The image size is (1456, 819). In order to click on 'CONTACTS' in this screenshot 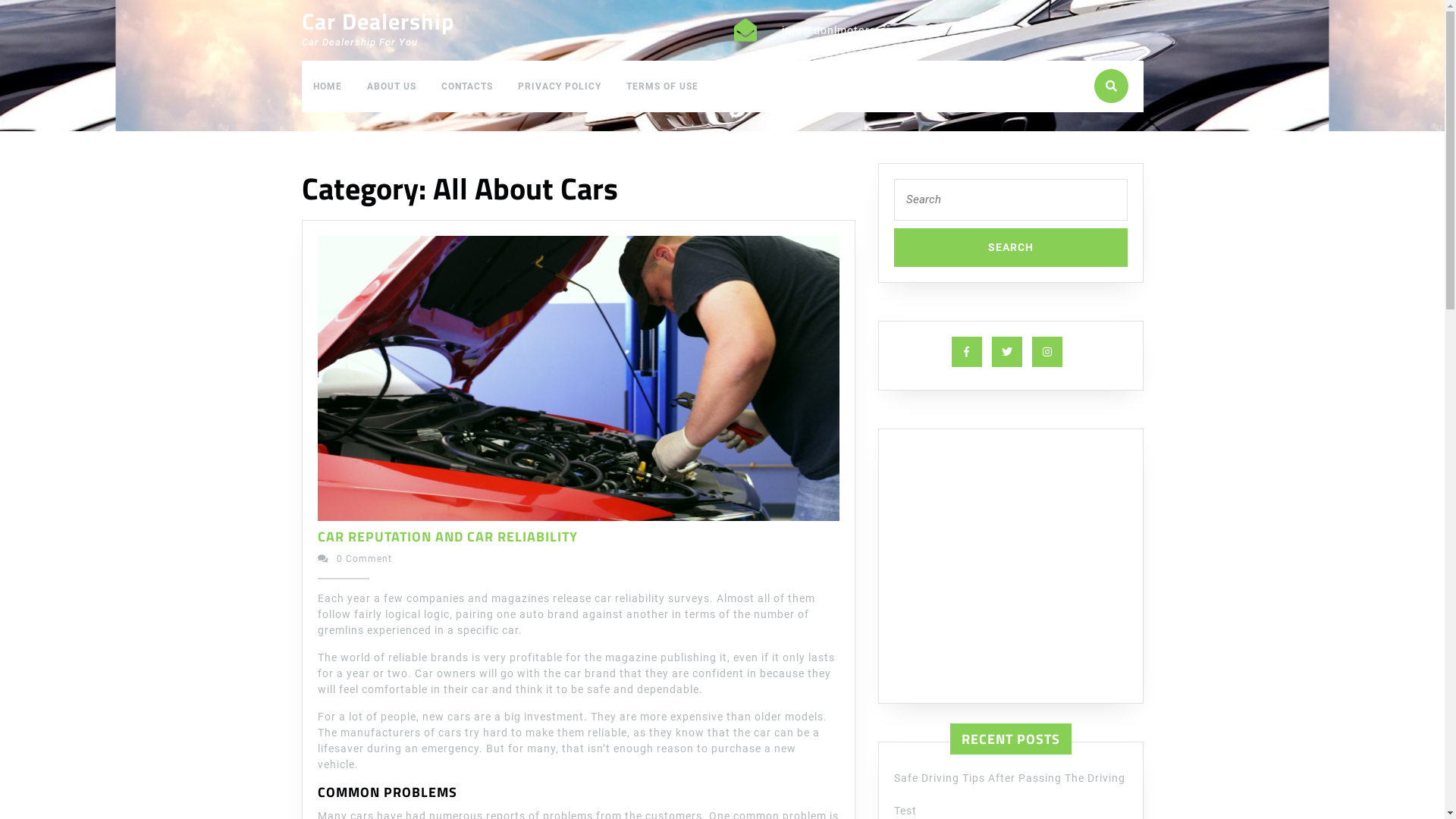, I will do `click(465, 86)`.